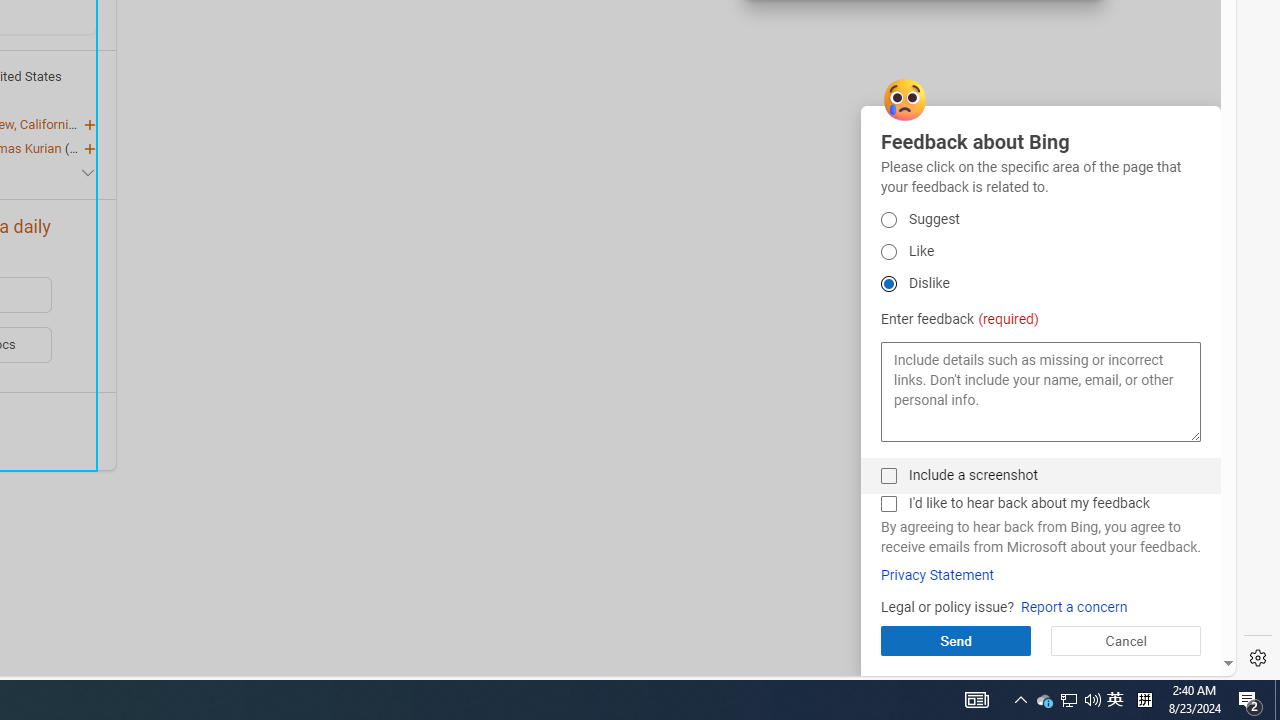 This screenshot has height=720, width=1280. What do you see at coordinates (1276, 698) in the screenshot?
I see `'Show desktop'` at bounding box center [1276, 698].